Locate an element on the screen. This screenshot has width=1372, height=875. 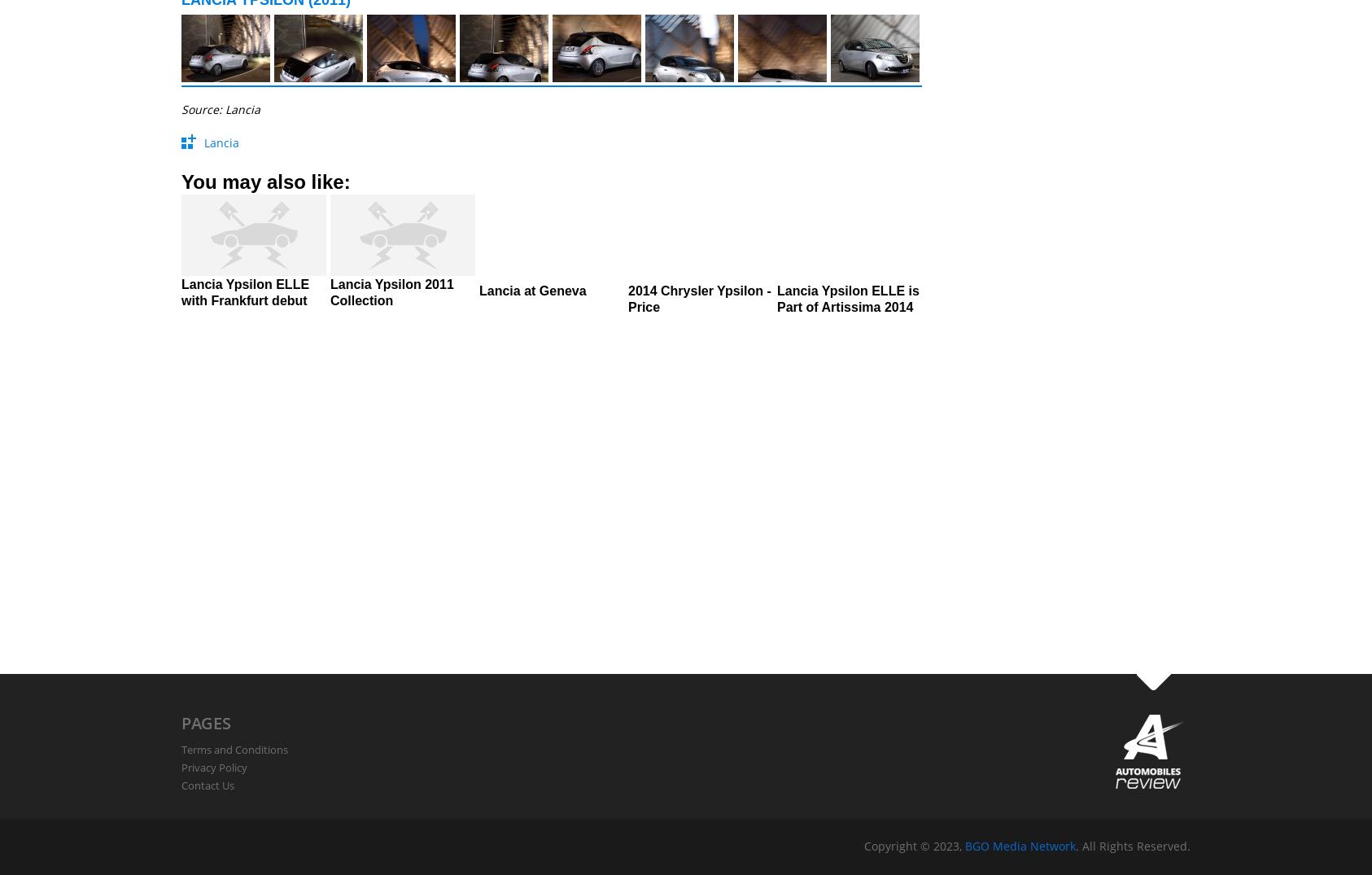
'Lancia at Geneva' is located at coordinates (531, 291).